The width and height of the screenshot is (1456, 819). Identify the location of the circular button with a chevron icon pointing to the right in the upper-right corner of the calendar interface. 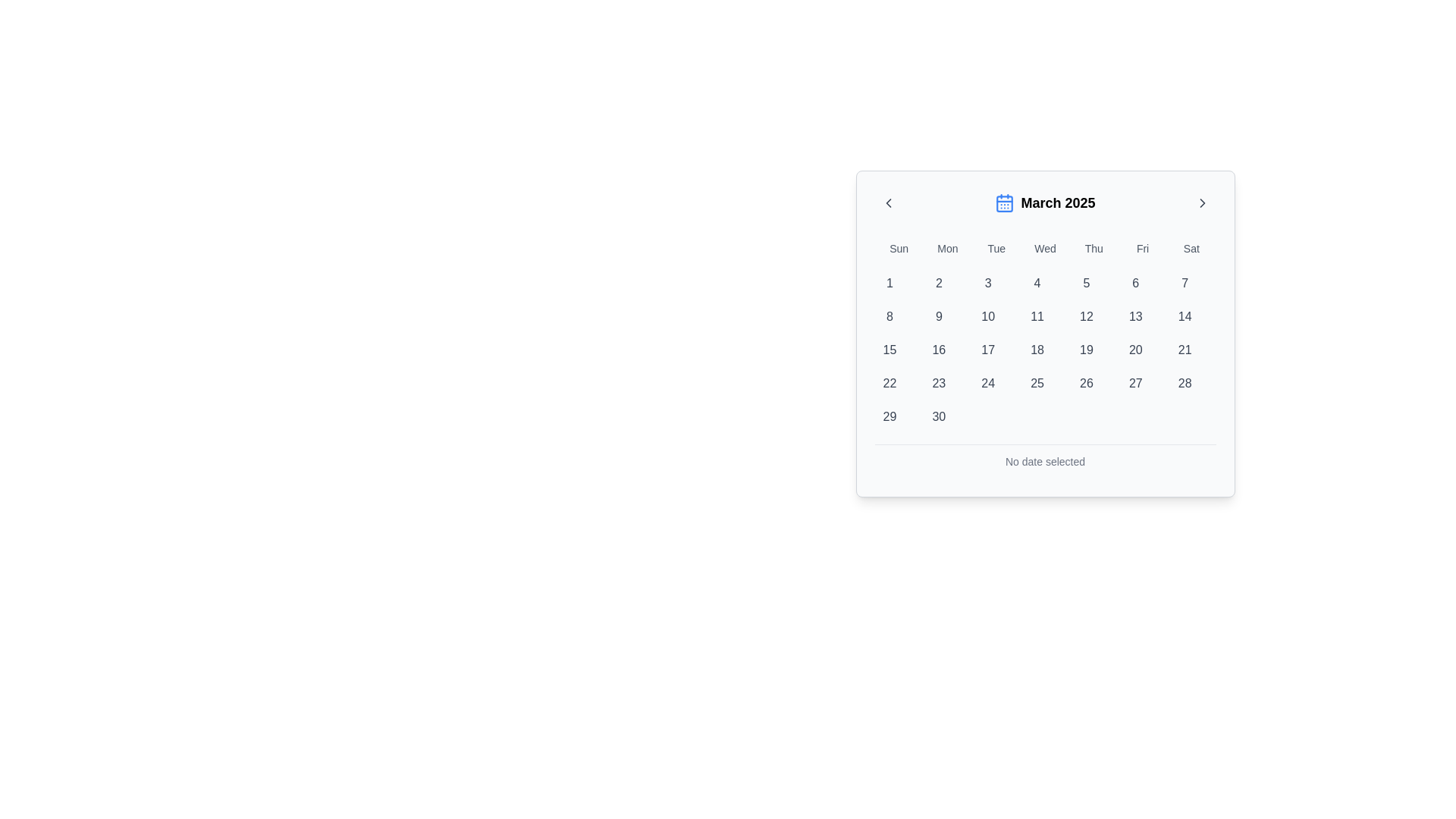
(1201, 202).